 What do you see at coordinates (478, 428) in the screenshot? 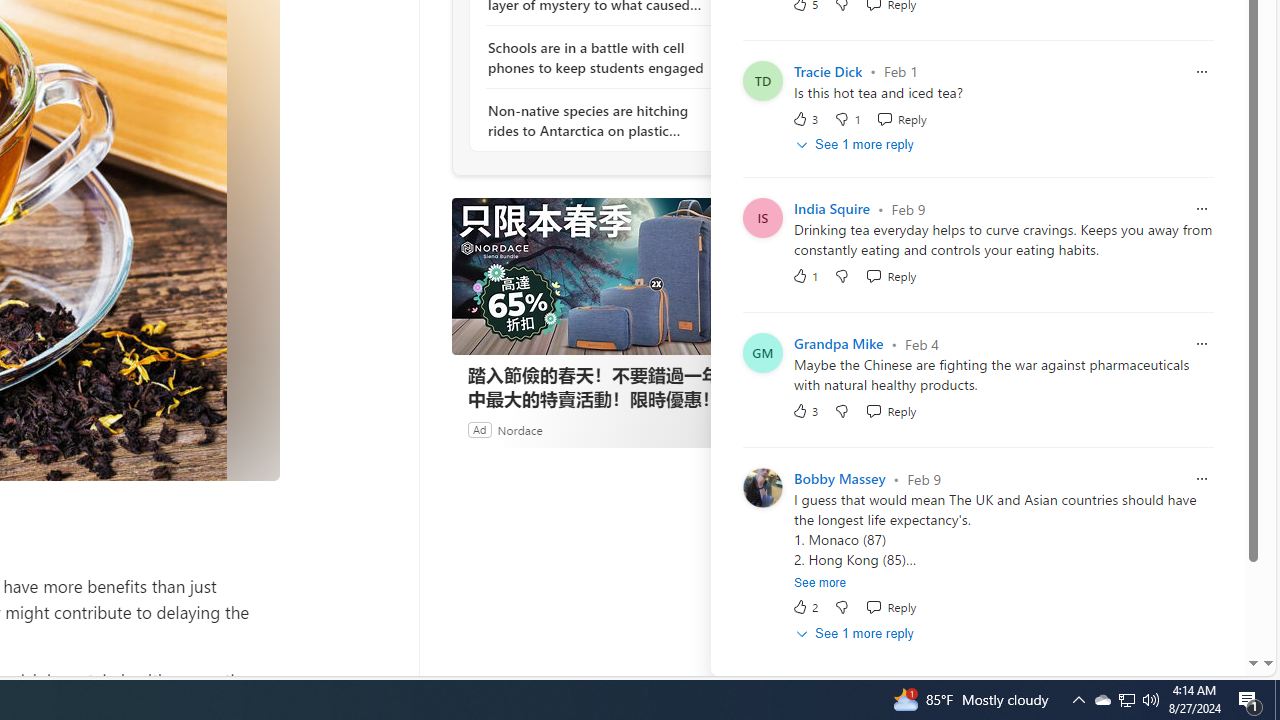
I see `'Ad'` at bounding box center [478, 428].